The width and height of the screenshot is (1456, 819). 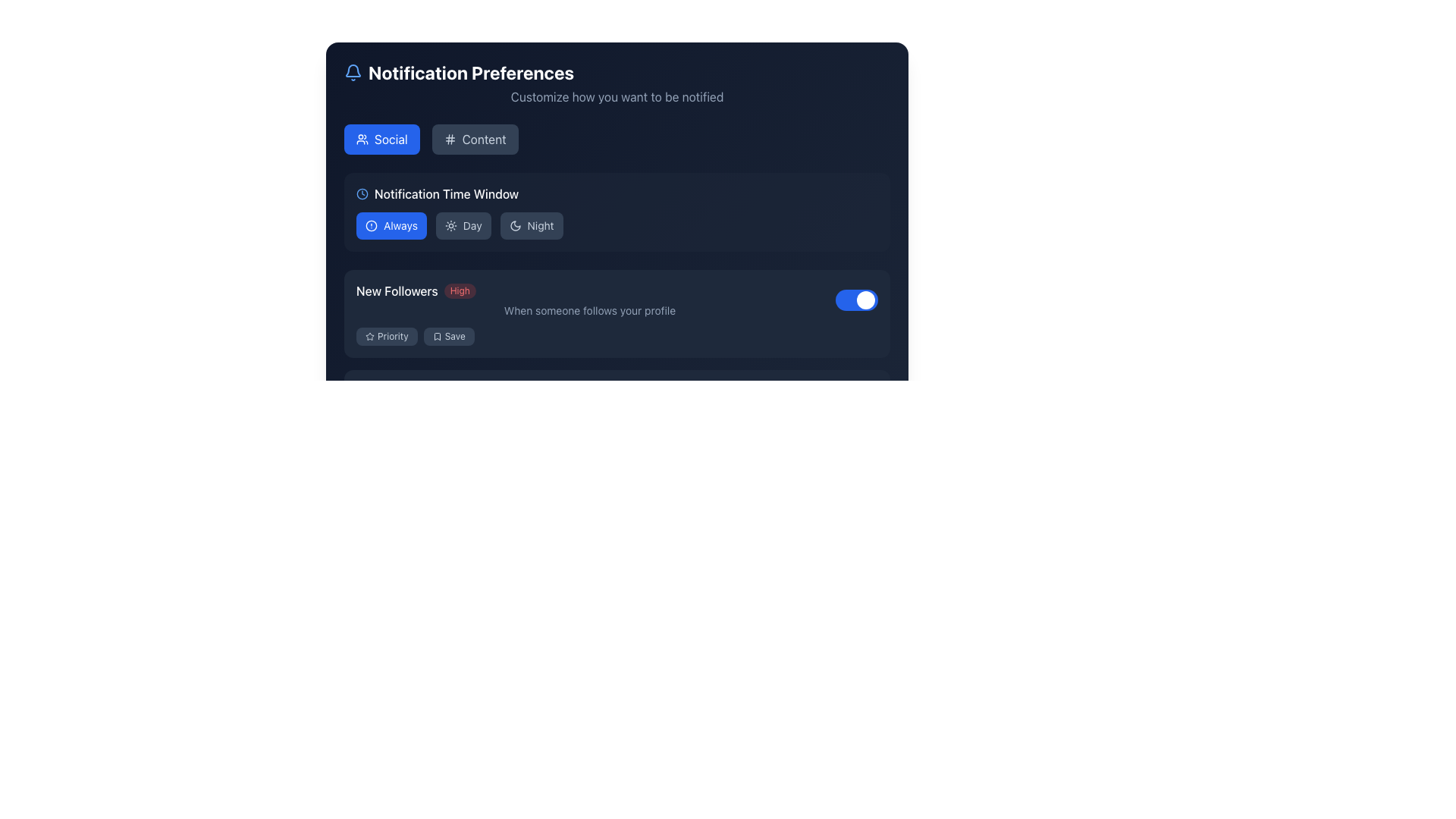 What do you see at coordinates (588, 309) in the screenshot?
I see `the static text label that reads 'When someone follows your profile', which is located under the 'New Followers' header and adjacent to the 'High' badge` at bounding box center [588, 309].